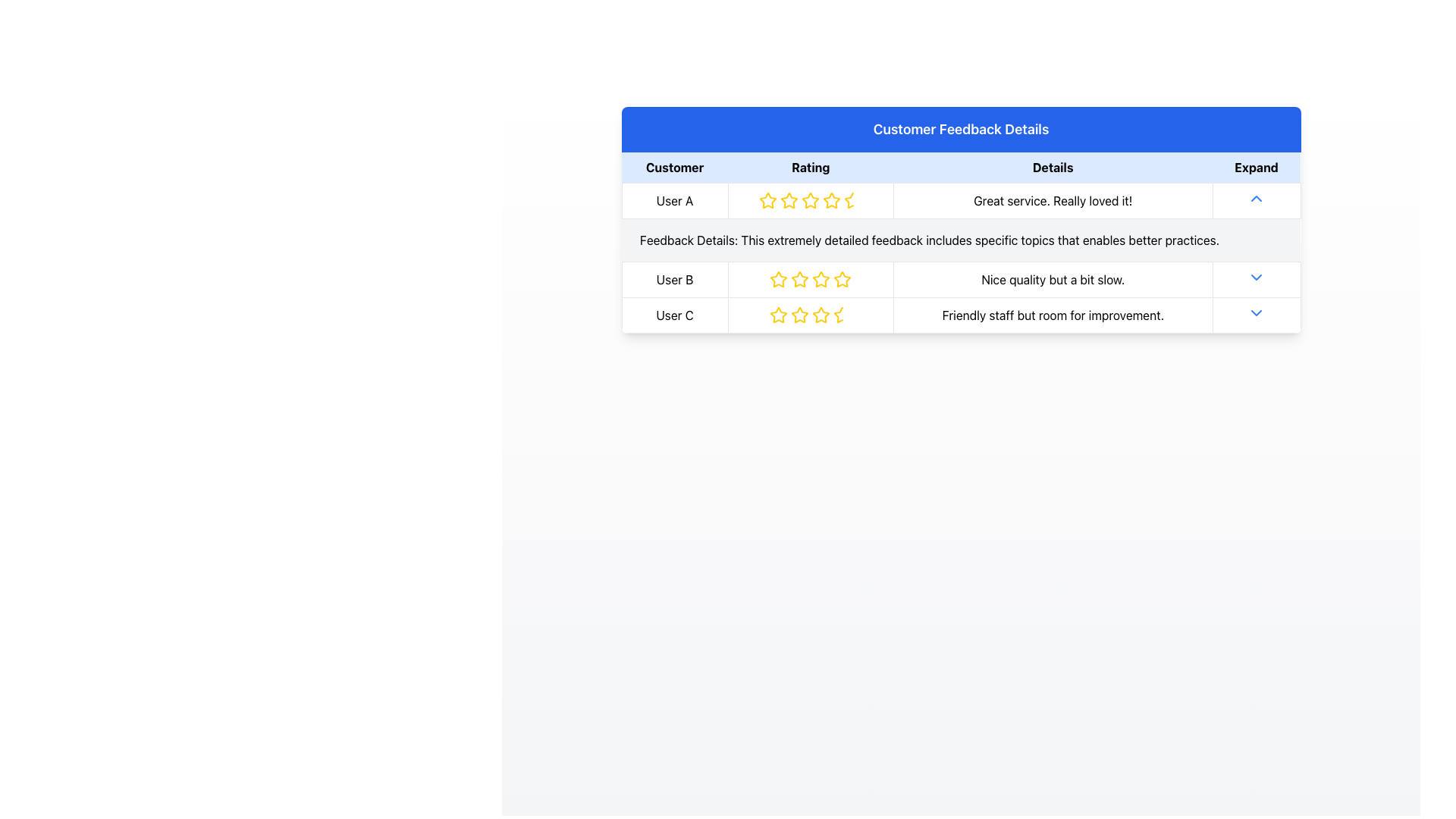  What do you see at coordinates (768, 199) in the screenshot?
I see `the leftmost star in the five-star rating group for User A` at bounding box center [768, 199].